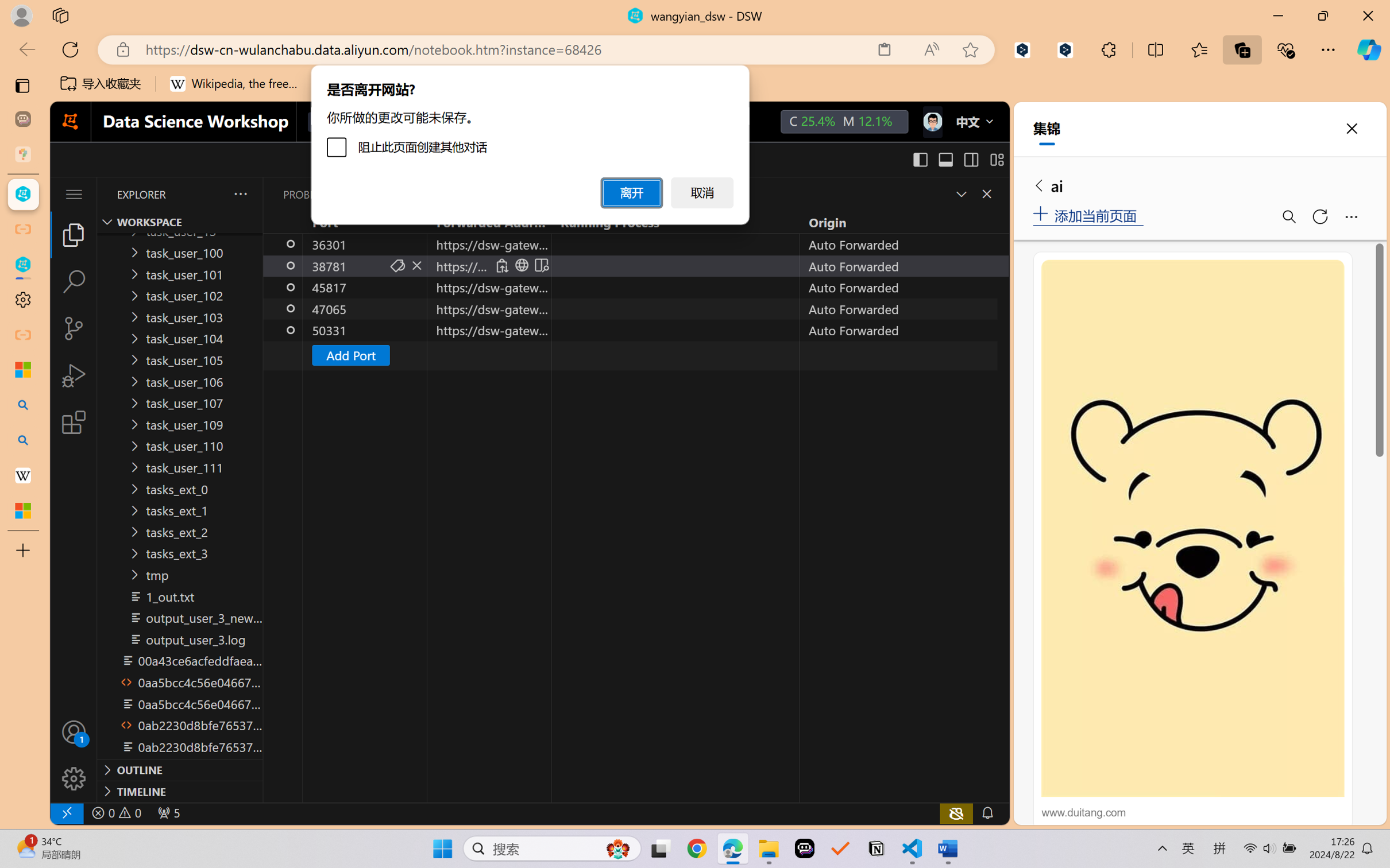 This screenshot has height=868, width=1390. I want to click on 'Title actions', so click(958, 159).